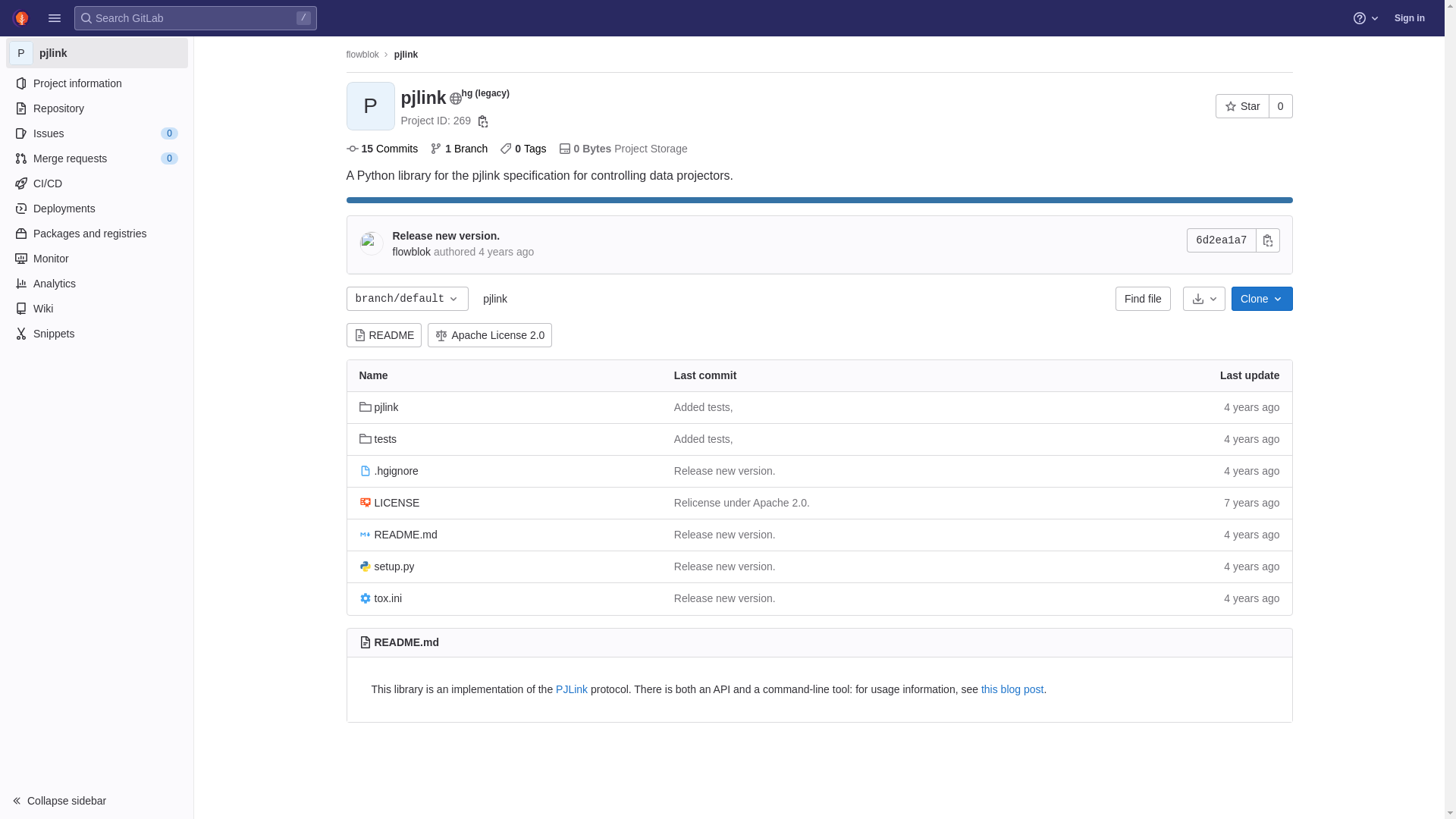 This screenshot has height=819, width=1456. What do you see at coordinates (6, 52) in the screenshot?
I see `'P` at bounding box center [6, 52].